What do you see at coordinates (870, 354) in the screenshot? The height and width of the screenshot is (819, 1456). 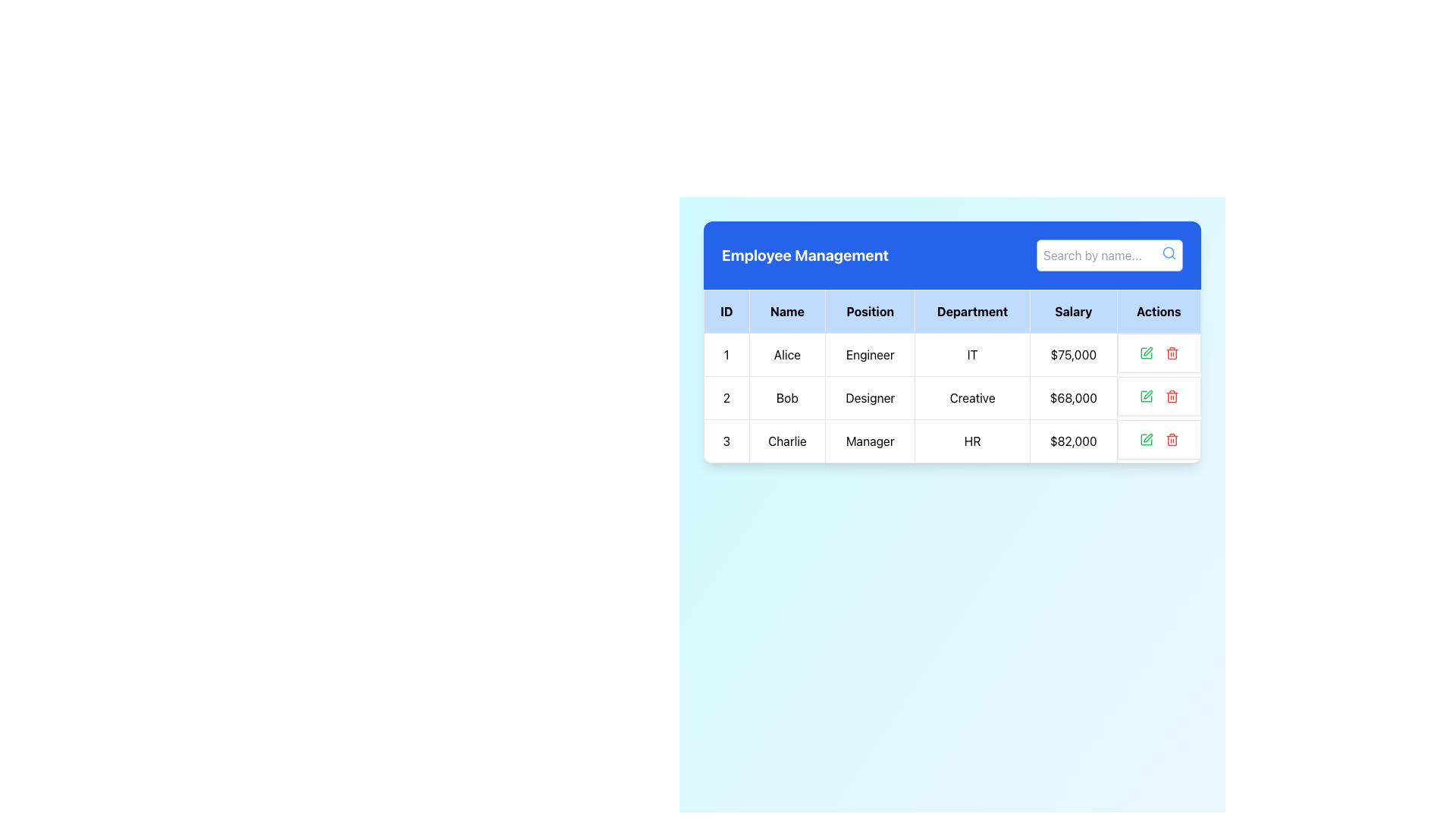 I see `the table cell displaying the job title 'Engineer' for the individual 'Alice', located under the 'Position' column` at bounding box center [870, 354].